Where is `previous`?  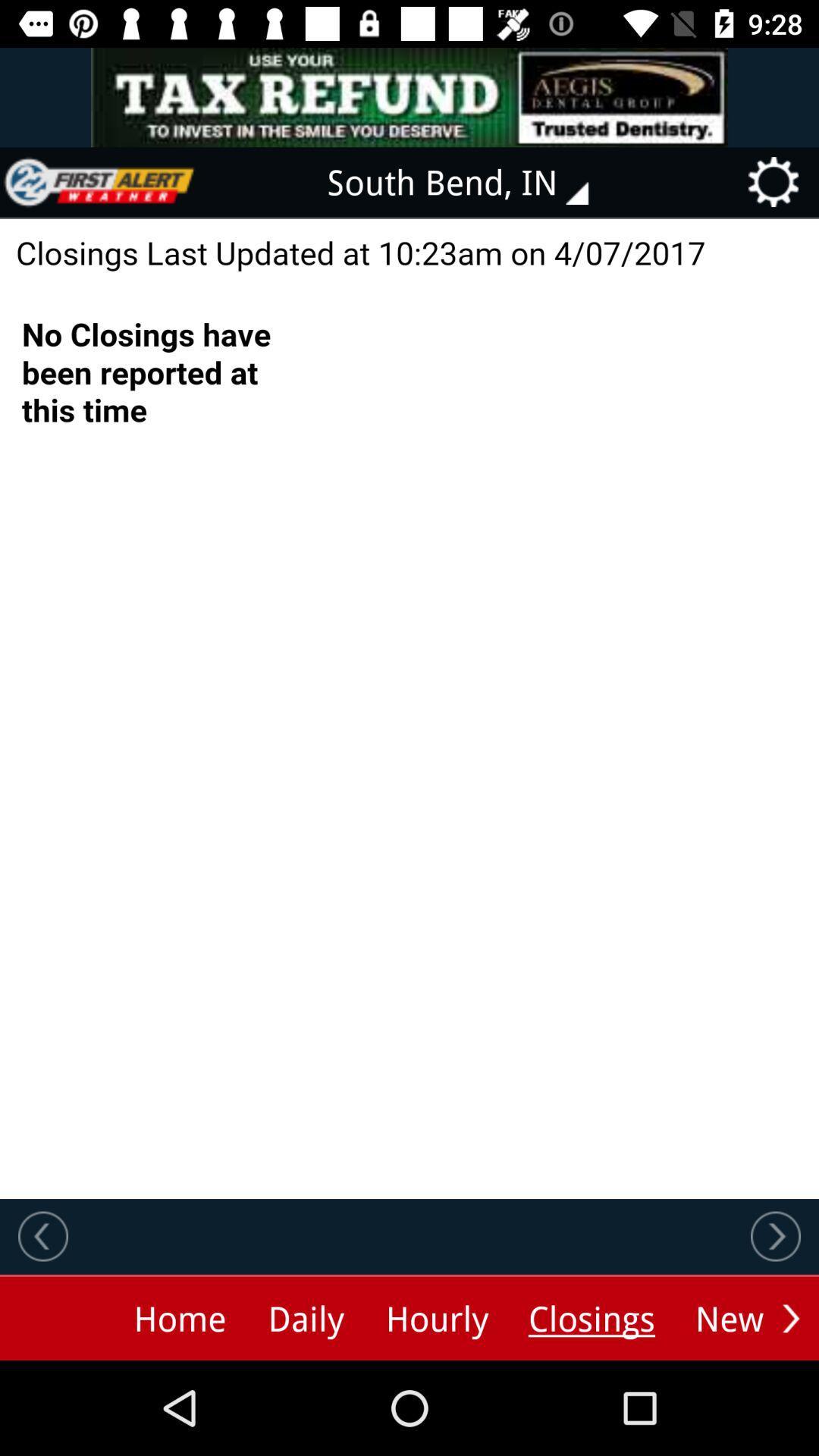
previous is located at coordinates (42, 1236).